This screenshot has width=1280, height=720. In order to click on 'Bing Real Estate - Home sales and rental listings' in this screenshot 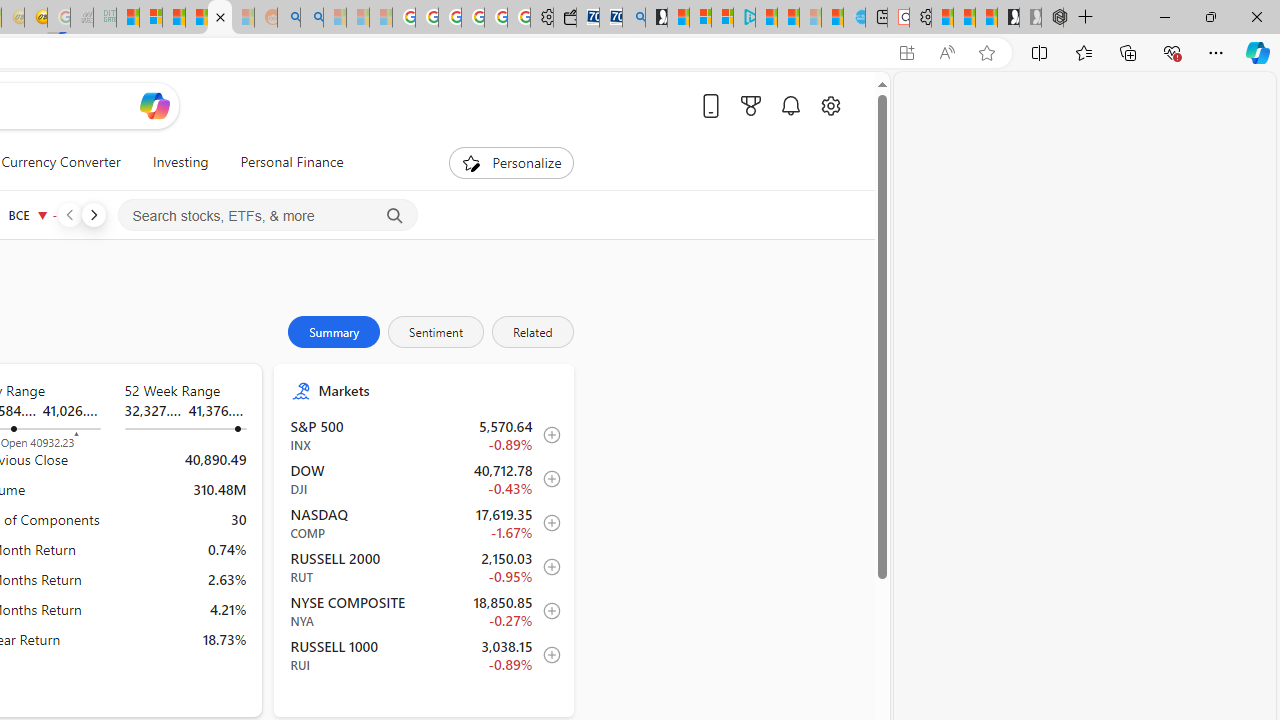, I will do `click(633, 17)`.